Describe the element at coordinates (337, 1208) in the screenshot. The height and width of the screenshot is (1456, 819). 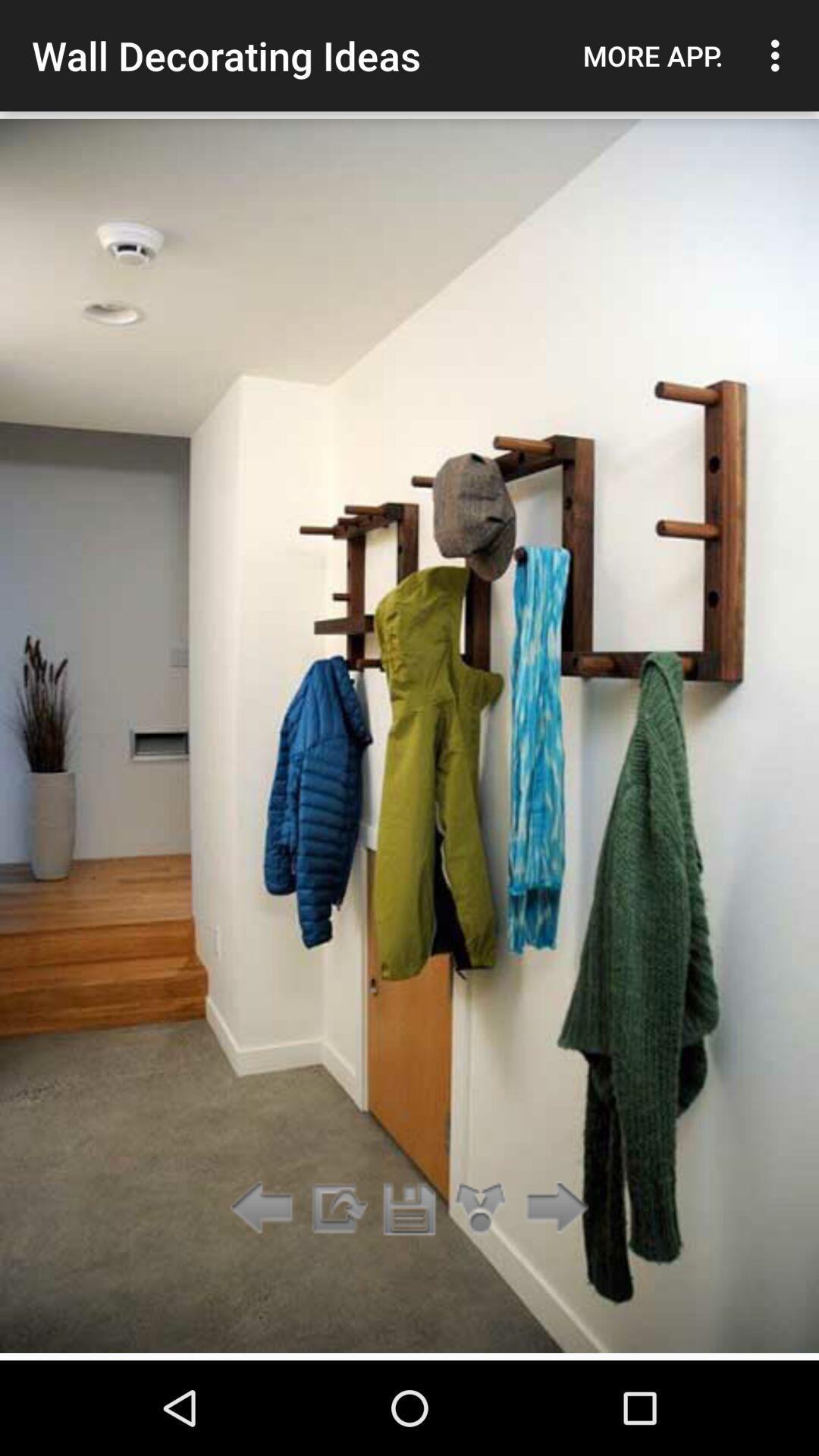
I see `app below wall decorating ideas item` at that location.